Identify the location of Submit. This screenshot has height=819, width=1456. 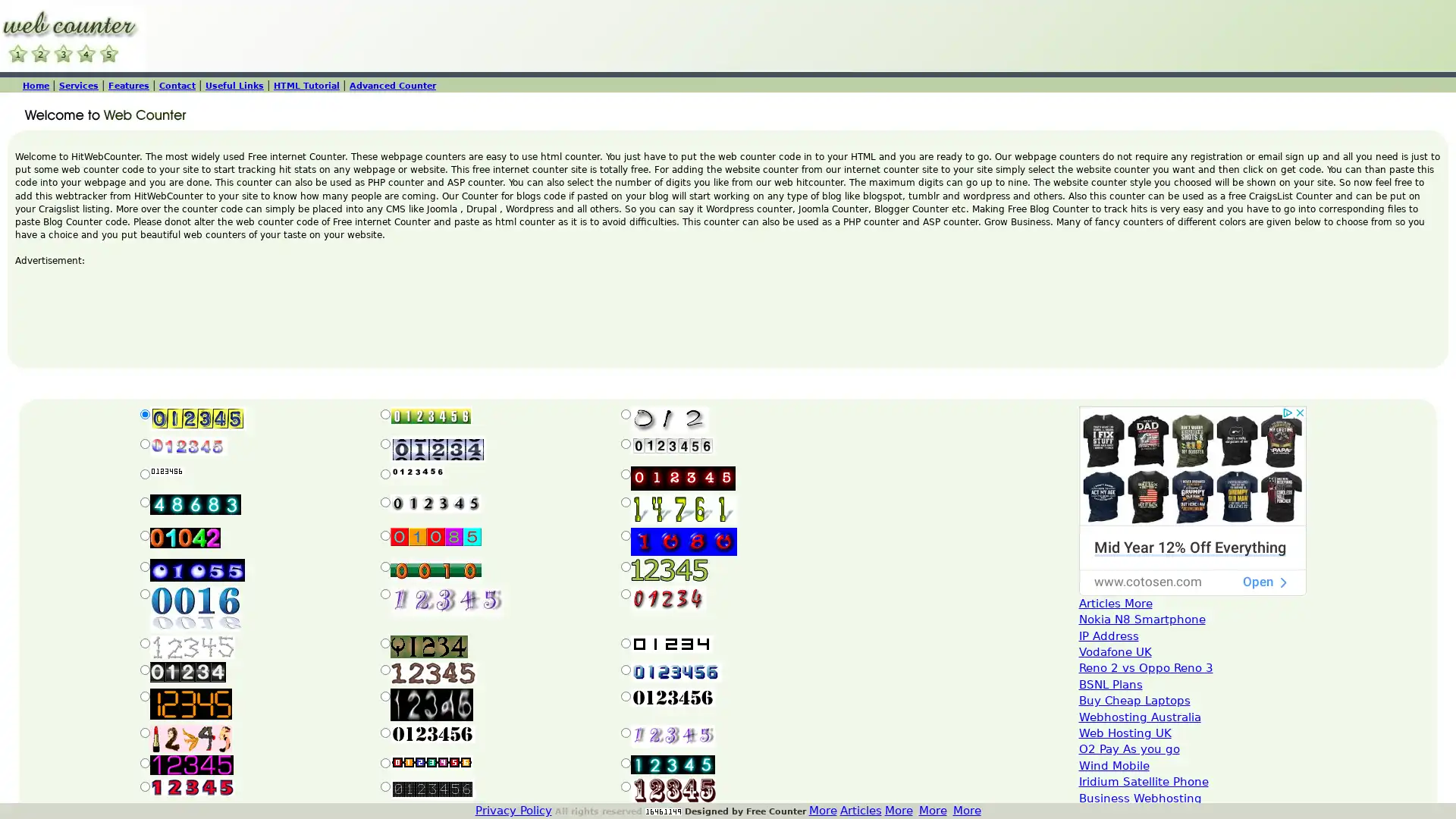
(671, 764).